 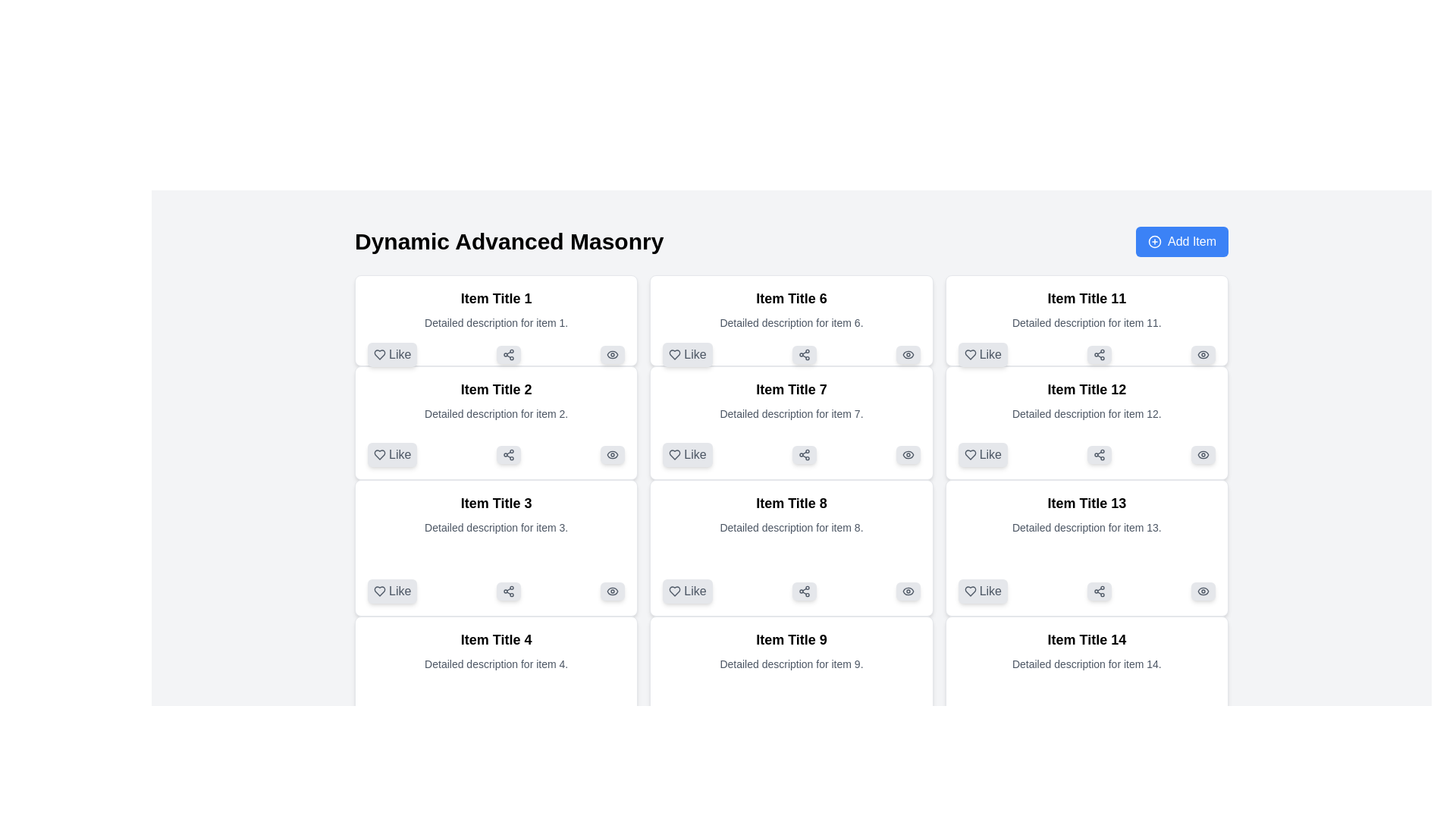 What do you see at coordinates (908, 454) in the screenshot?
I see `eye icon associated with the 'View' or 'Visibility' toggle functionality located inside the 'Item Title 7' card in the second column and second row of the grid` at bounding box center [908, 454].